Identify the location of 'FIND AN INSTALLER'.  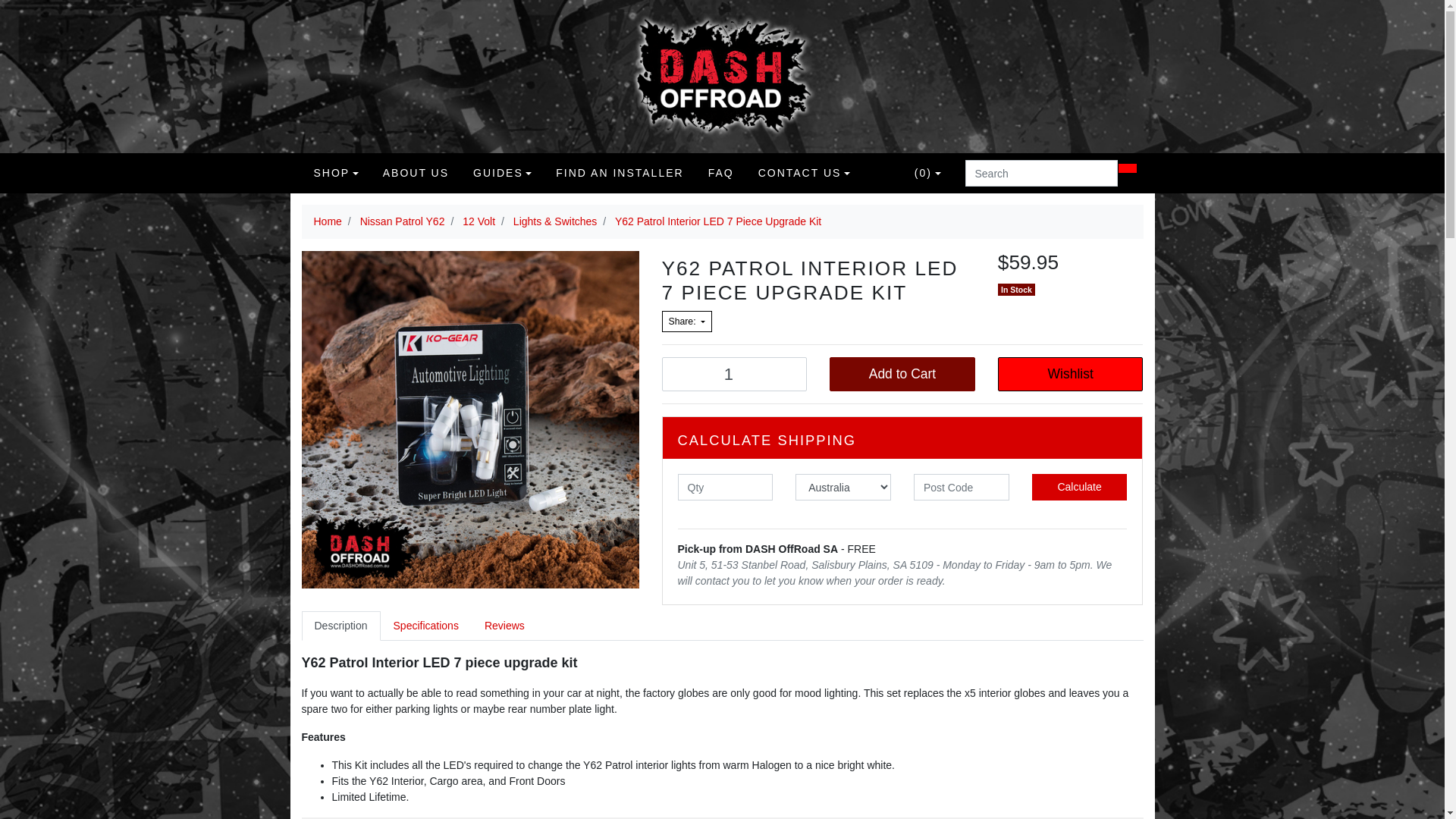
(619, 172).